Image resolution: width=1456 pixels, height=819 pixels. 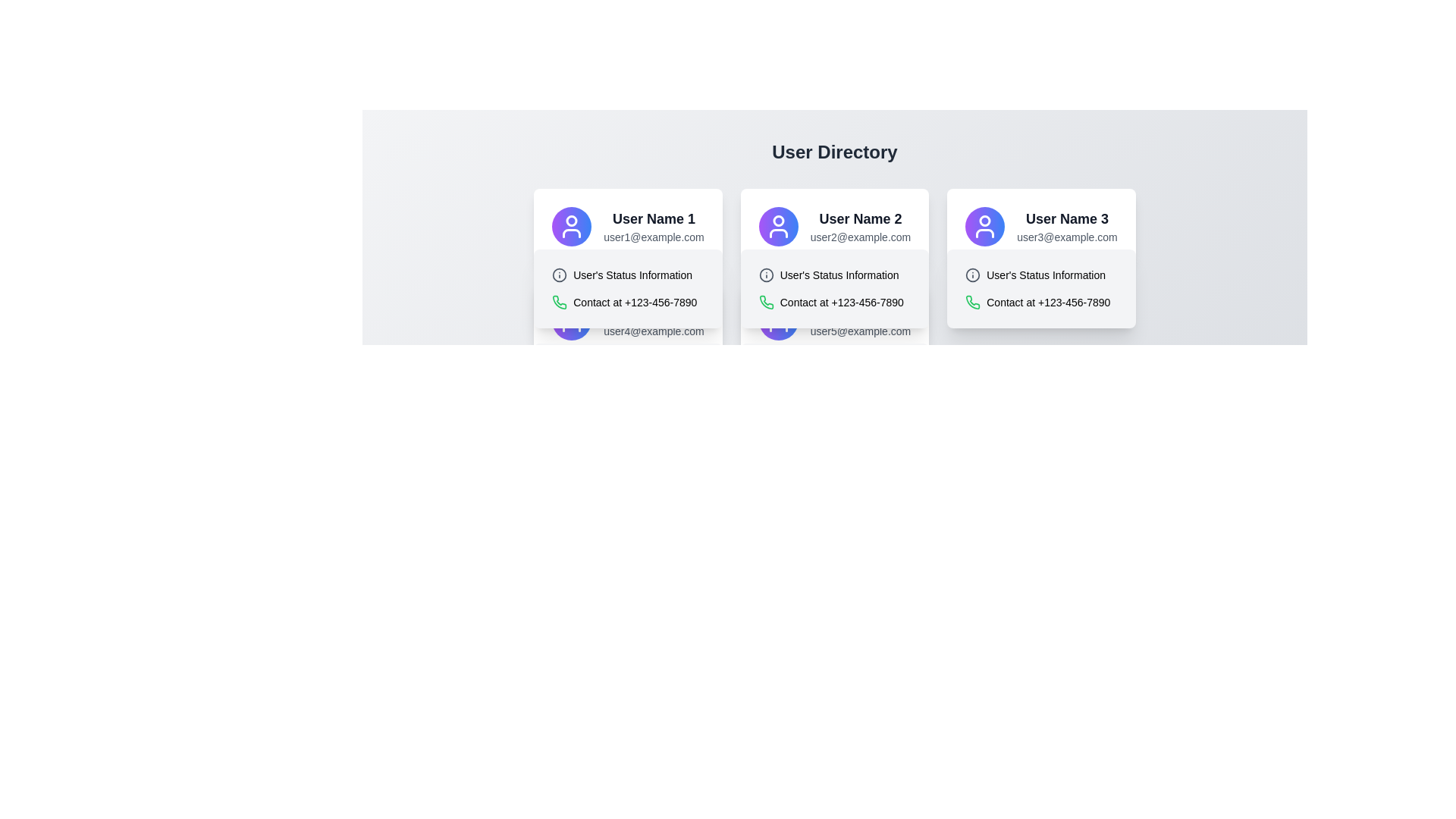 What do you see at coordinates (860, 320) in the screenshot?
I see `displayed text containing the username and email address located on the right side of the second user card in the user directory layout` at bounding box center [860, 320].